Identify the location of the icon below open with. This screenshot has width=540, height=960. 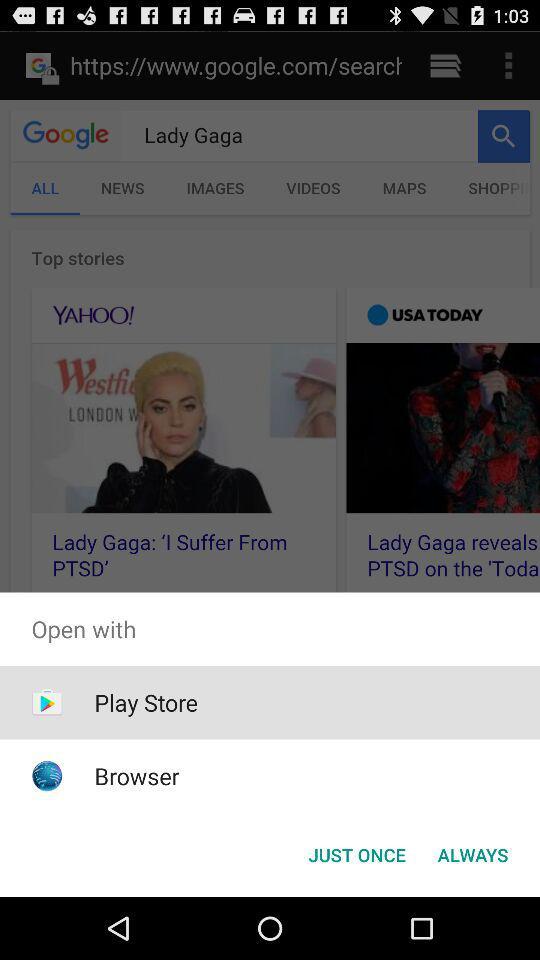
(145, 702).